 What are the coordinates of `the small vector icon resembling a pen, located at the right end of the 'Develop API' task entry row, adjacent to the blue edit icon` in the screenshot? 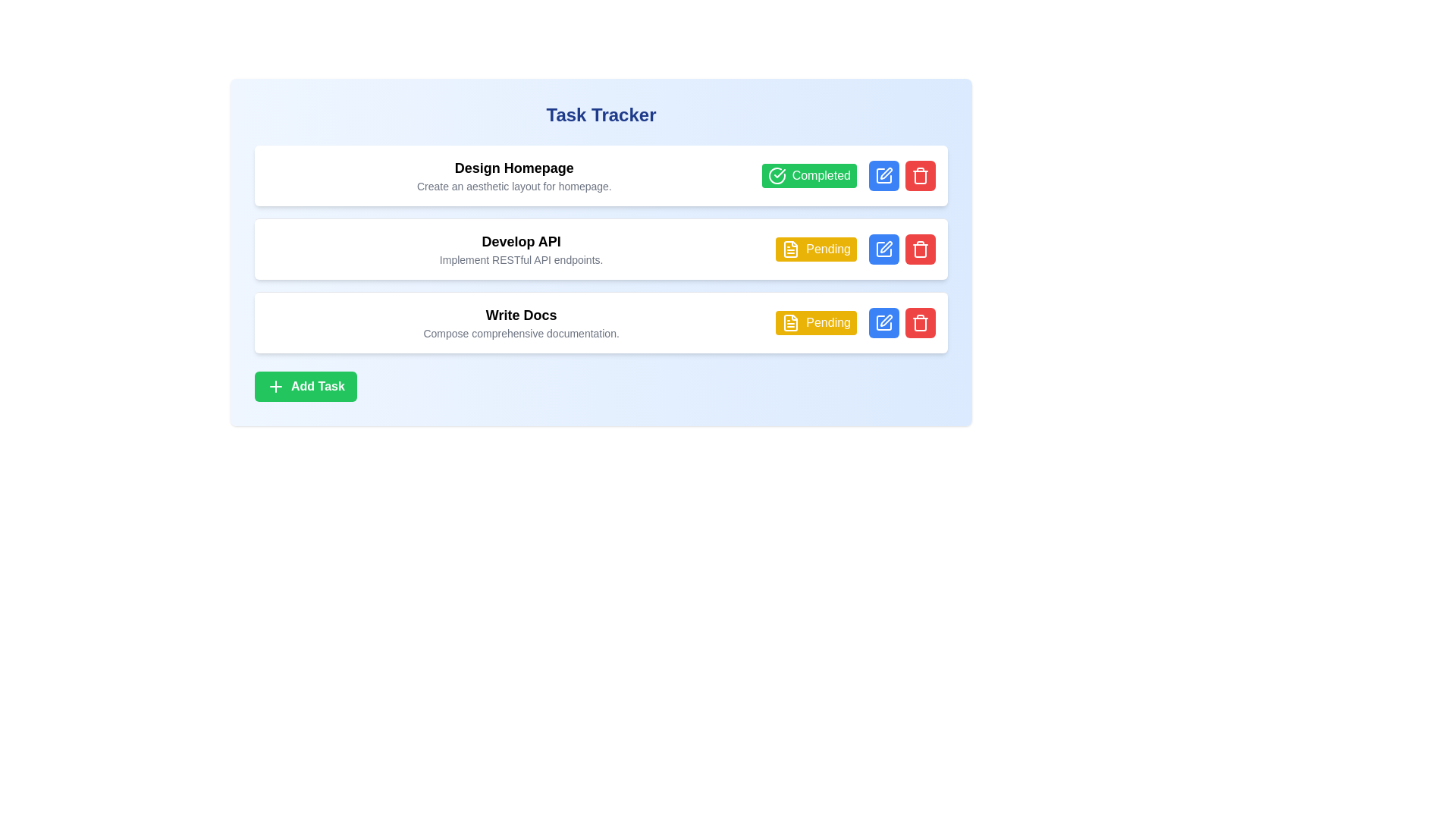 It's located at (885, 246).